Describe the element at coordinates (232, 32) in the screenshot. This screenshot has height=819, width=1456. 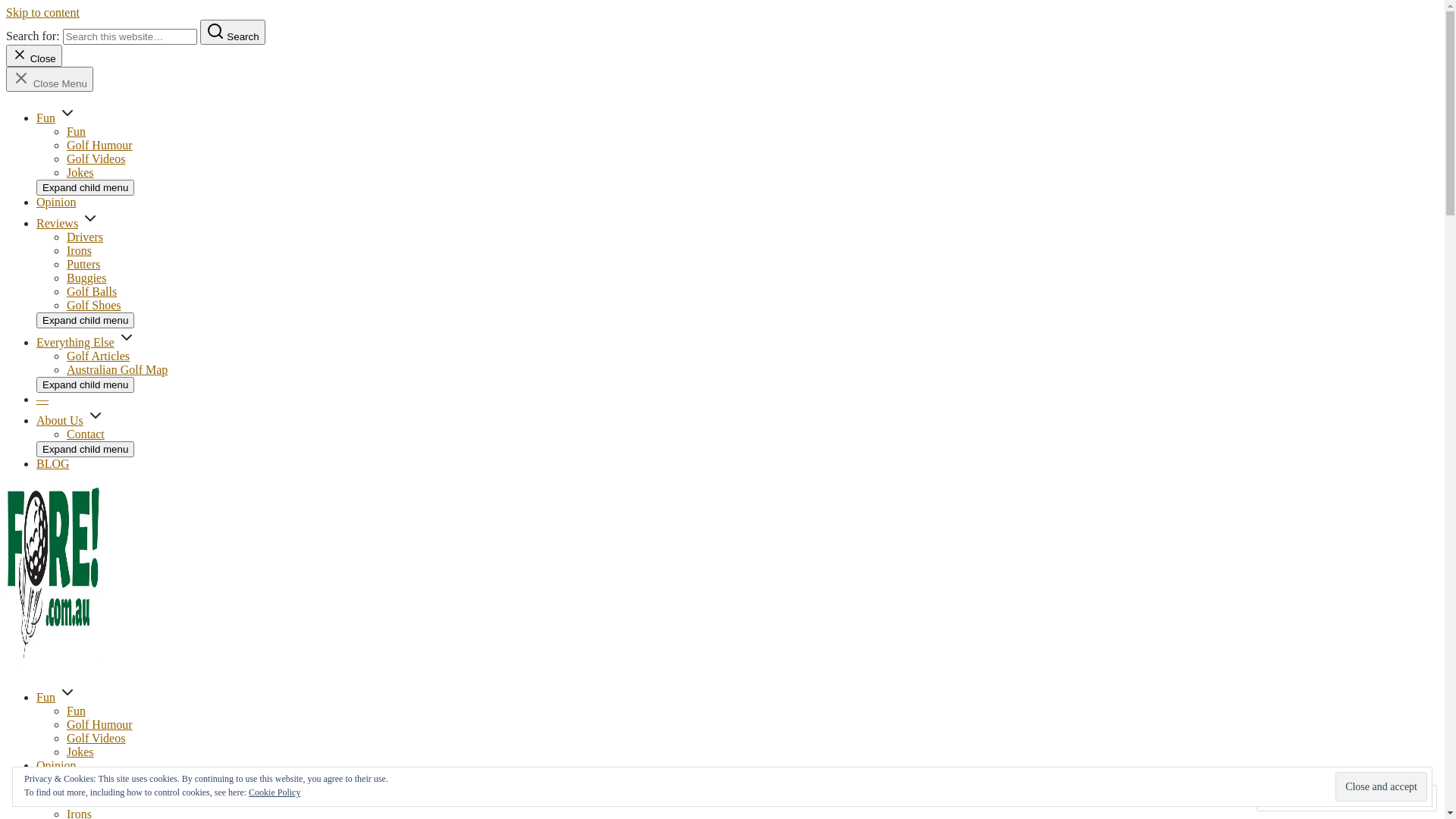
I see `'Search'` at that location.